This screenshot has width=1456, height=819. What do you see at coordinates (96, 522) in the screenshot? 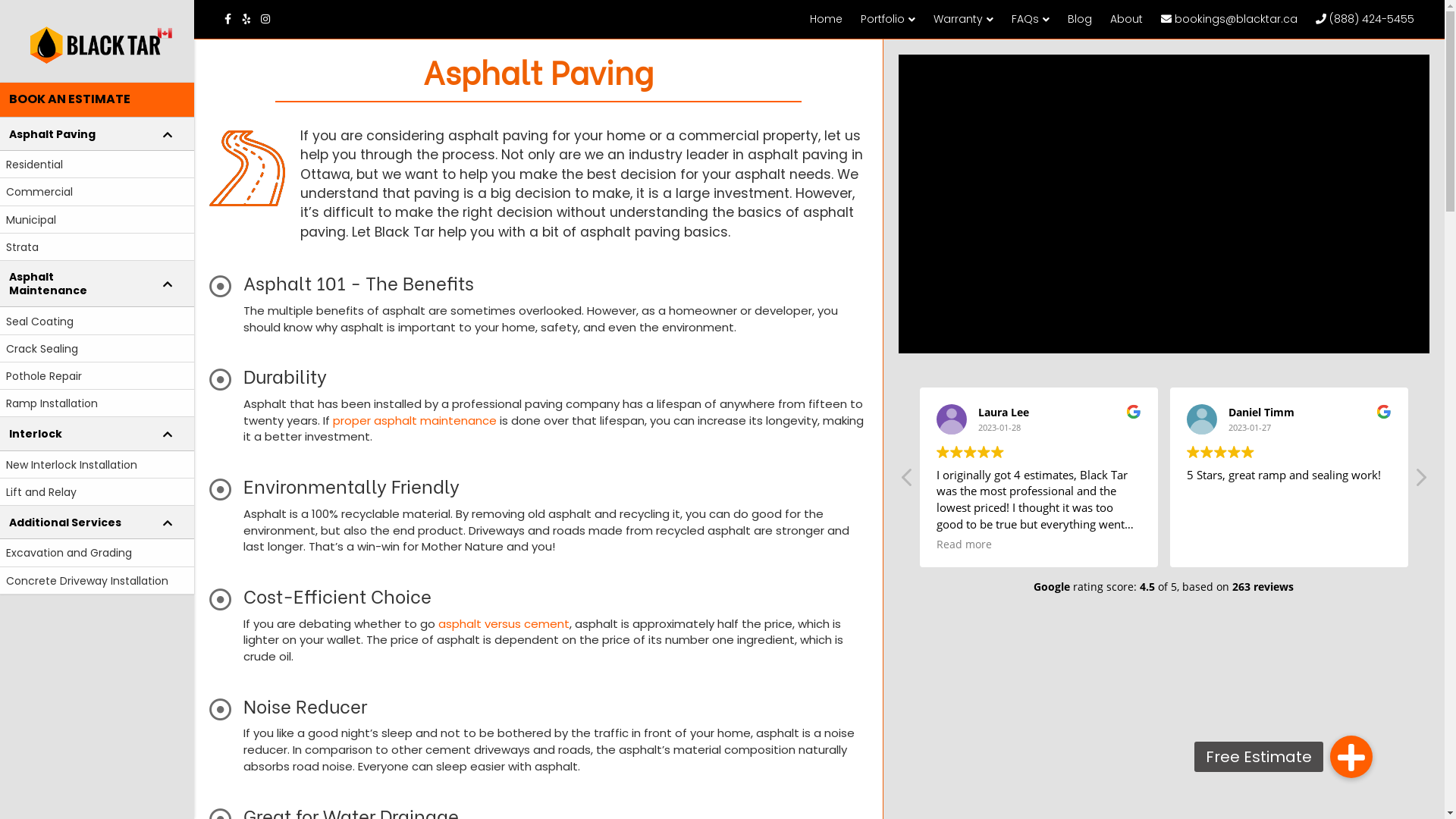
I see `'Additional Services'` at bounding box center [96, 522].